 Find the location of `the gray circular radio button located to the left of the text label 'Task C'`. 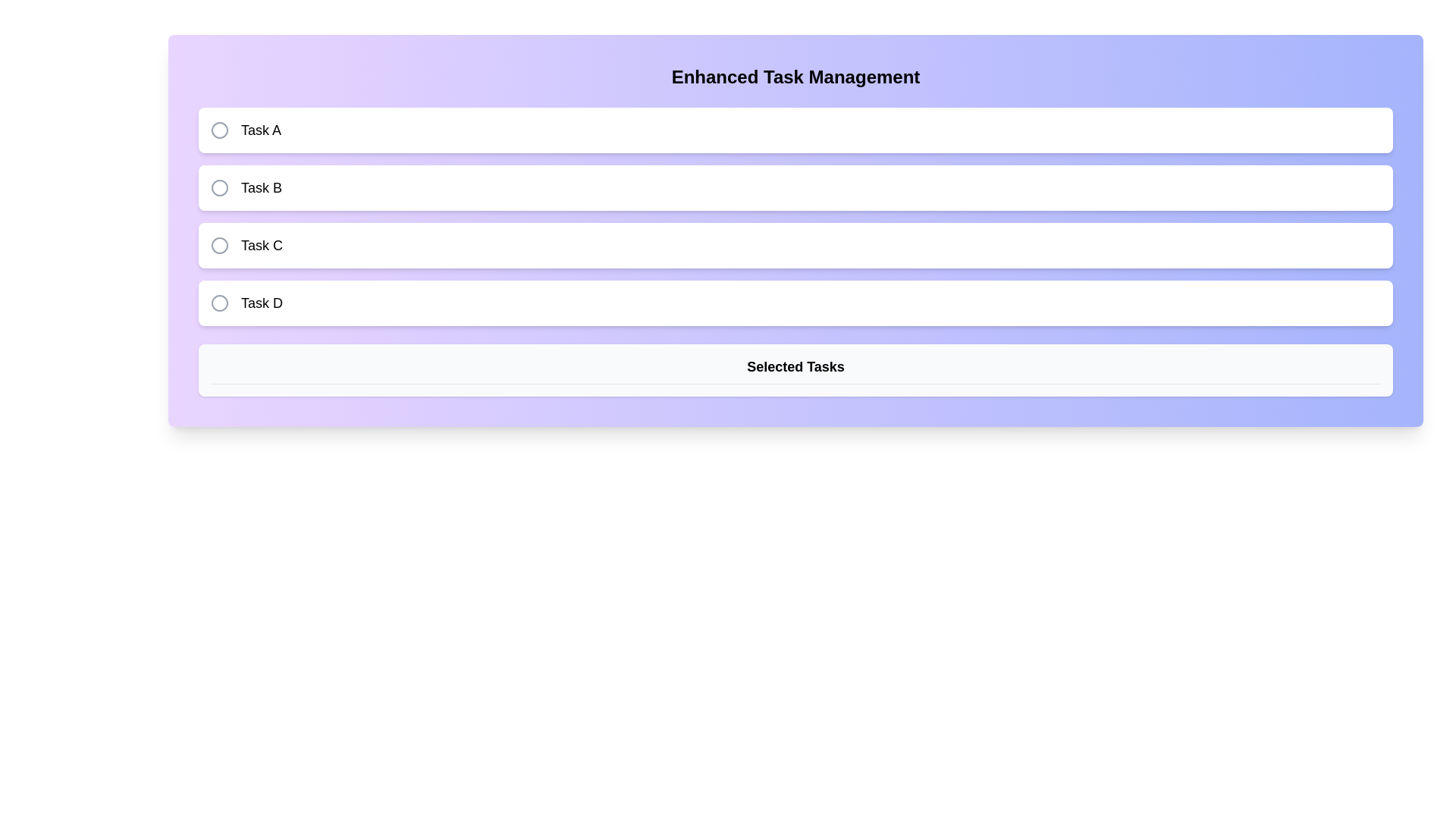

the gray circular radio button located to the left of the text label 'Task C' is located at coordinates (218, 245).